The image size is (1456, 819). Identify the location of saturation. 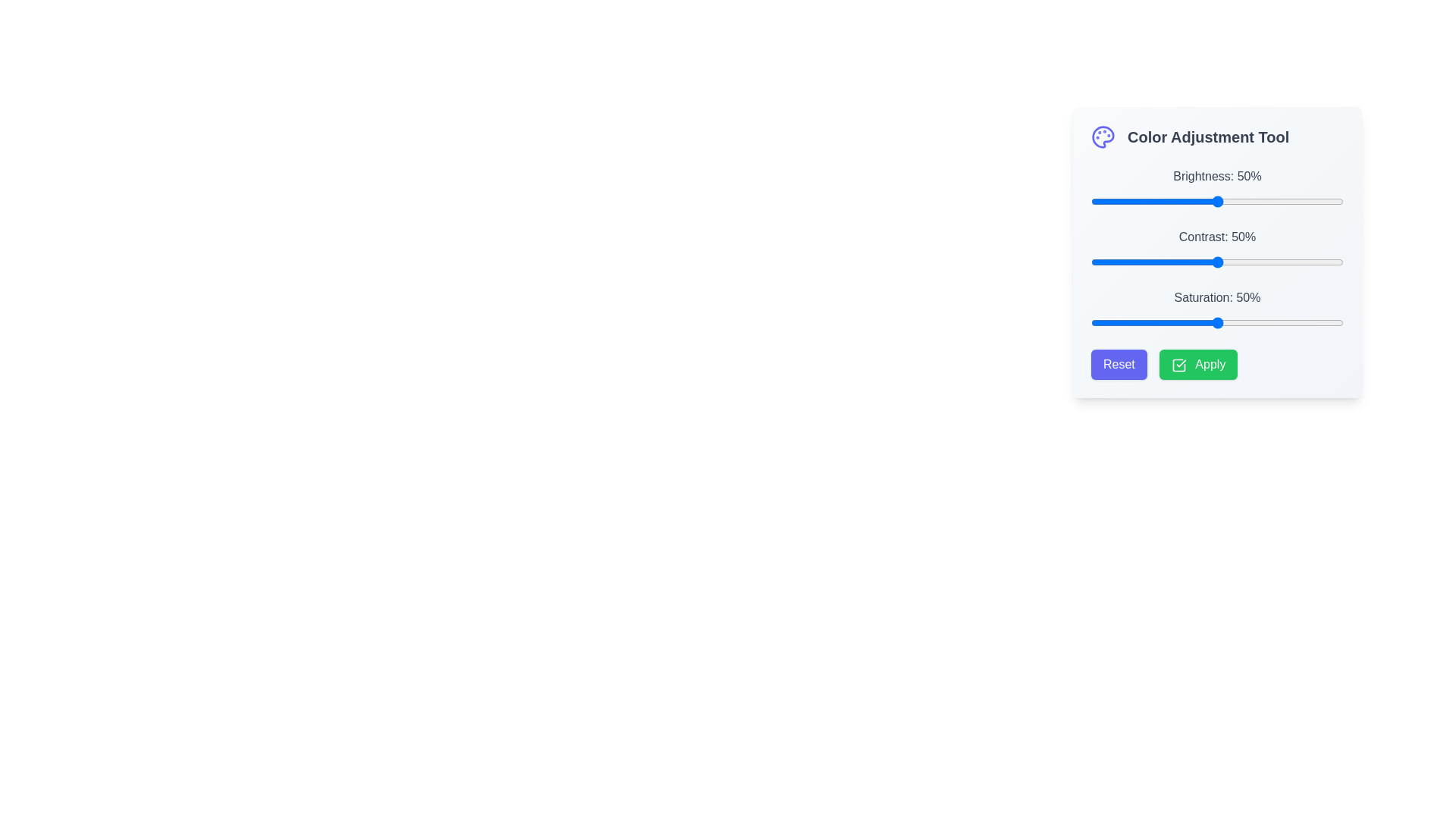
(1332, 322).